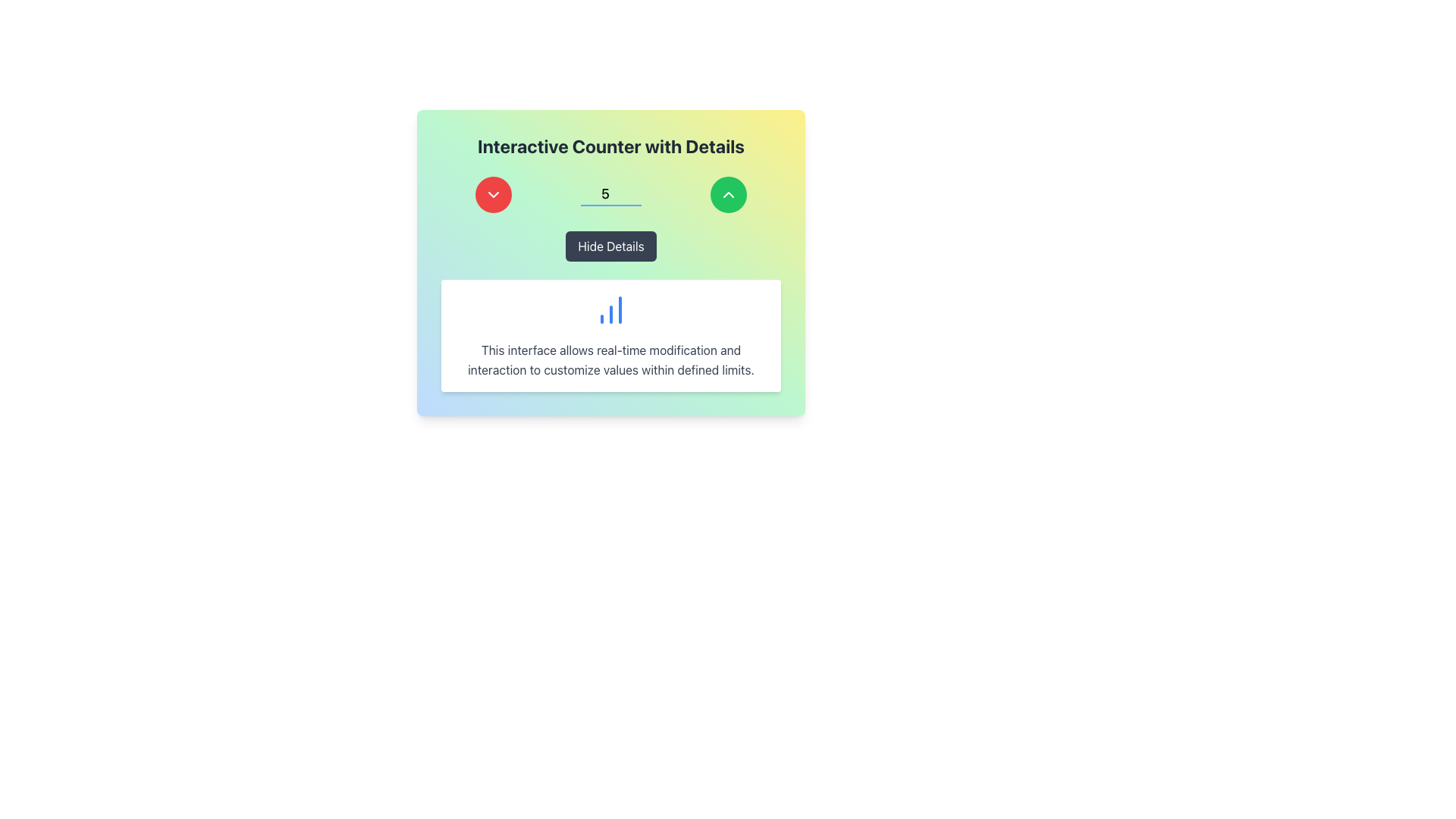 The width and height of the screenshot is (1456, 819). I want to click on the left-most button located below the text 'Interactive Counter with Details' to decrement the counter value, so click(494, 194).